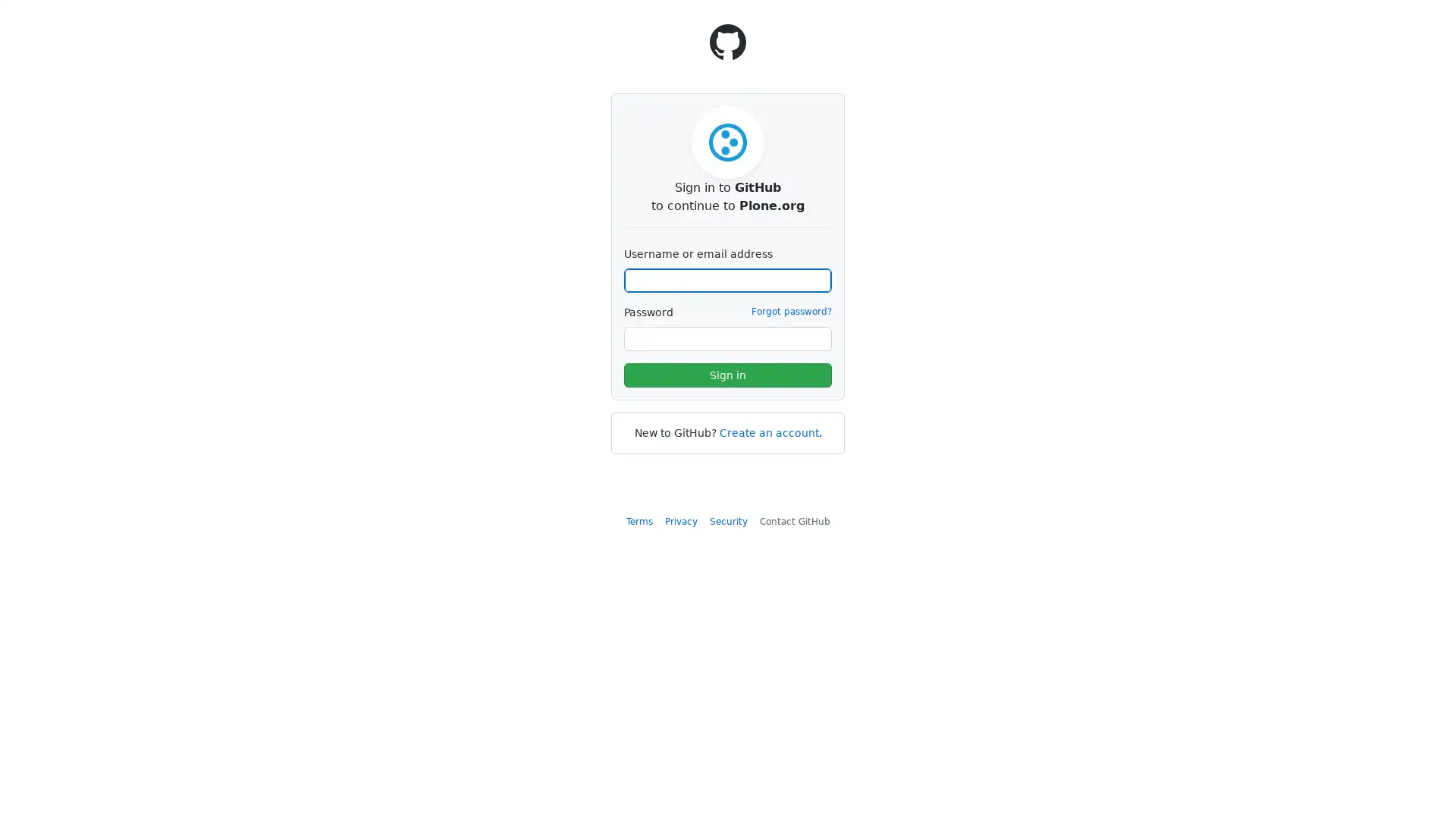  Describe the element at coordinates (728, 375) in the screenshot. I see `Sign in` at that location.